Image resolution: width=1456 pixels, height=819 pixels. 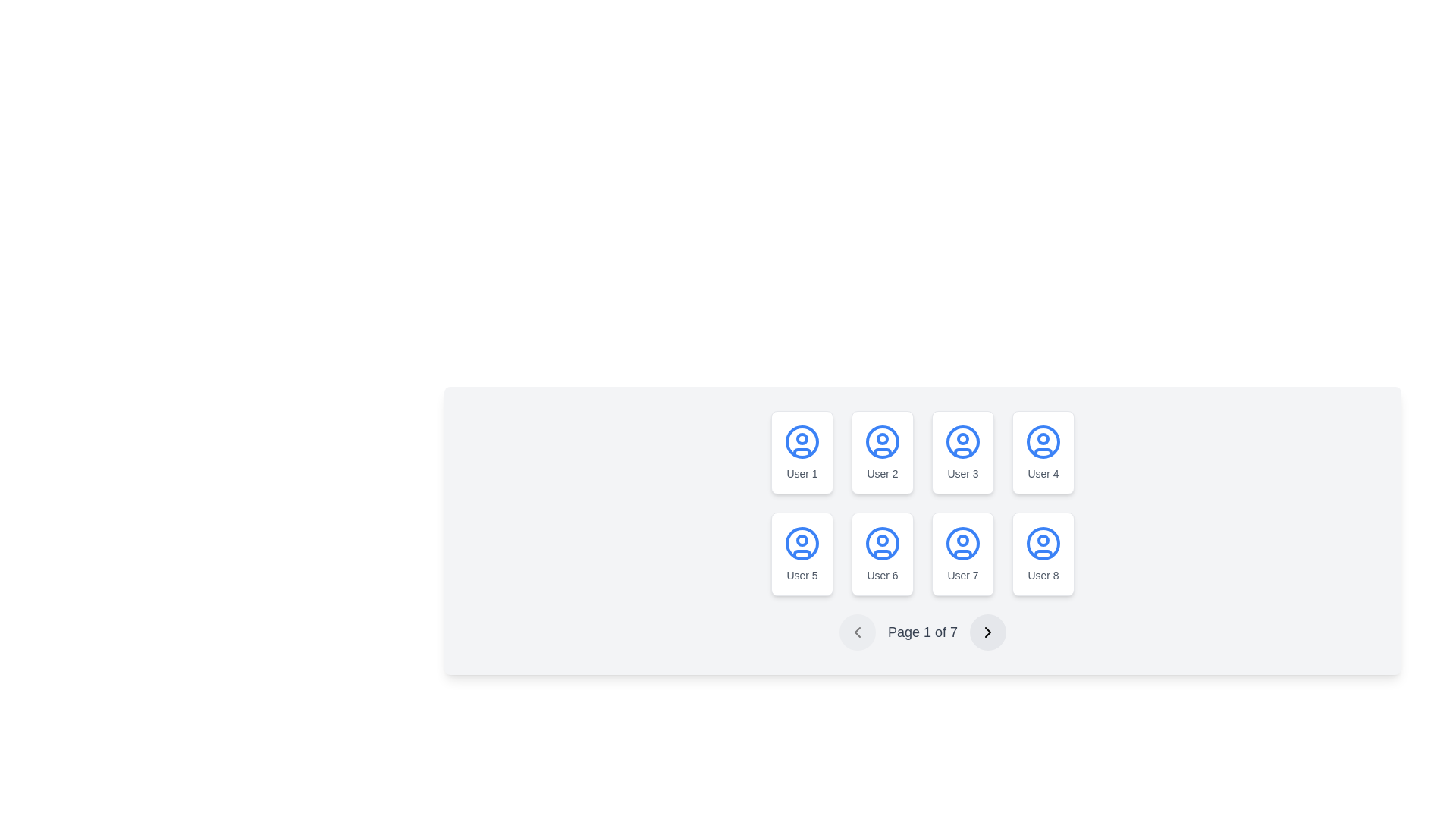 What do you see at coordinates (857, 632) in the screenshot?
I see `the circular button with a light gray background and a left-pointing chevron icon, located to the left of the 'Page 1 of 7' text label` at bounding box center [857, 632].